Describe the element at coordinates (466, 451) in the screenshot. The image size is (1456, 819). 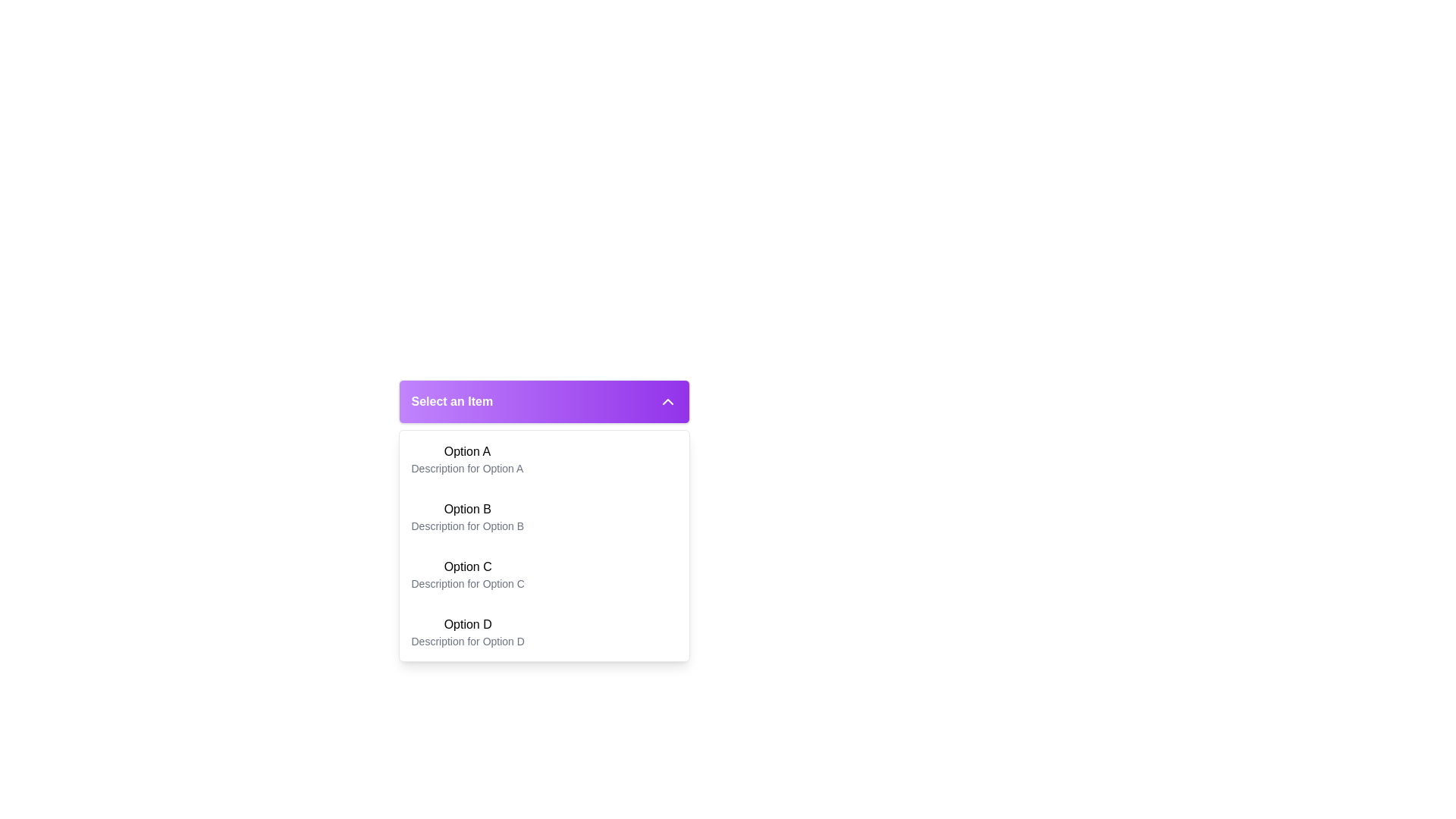
I see `text of the first title in the list of selectable options, which displays 'Option A'` at that location.